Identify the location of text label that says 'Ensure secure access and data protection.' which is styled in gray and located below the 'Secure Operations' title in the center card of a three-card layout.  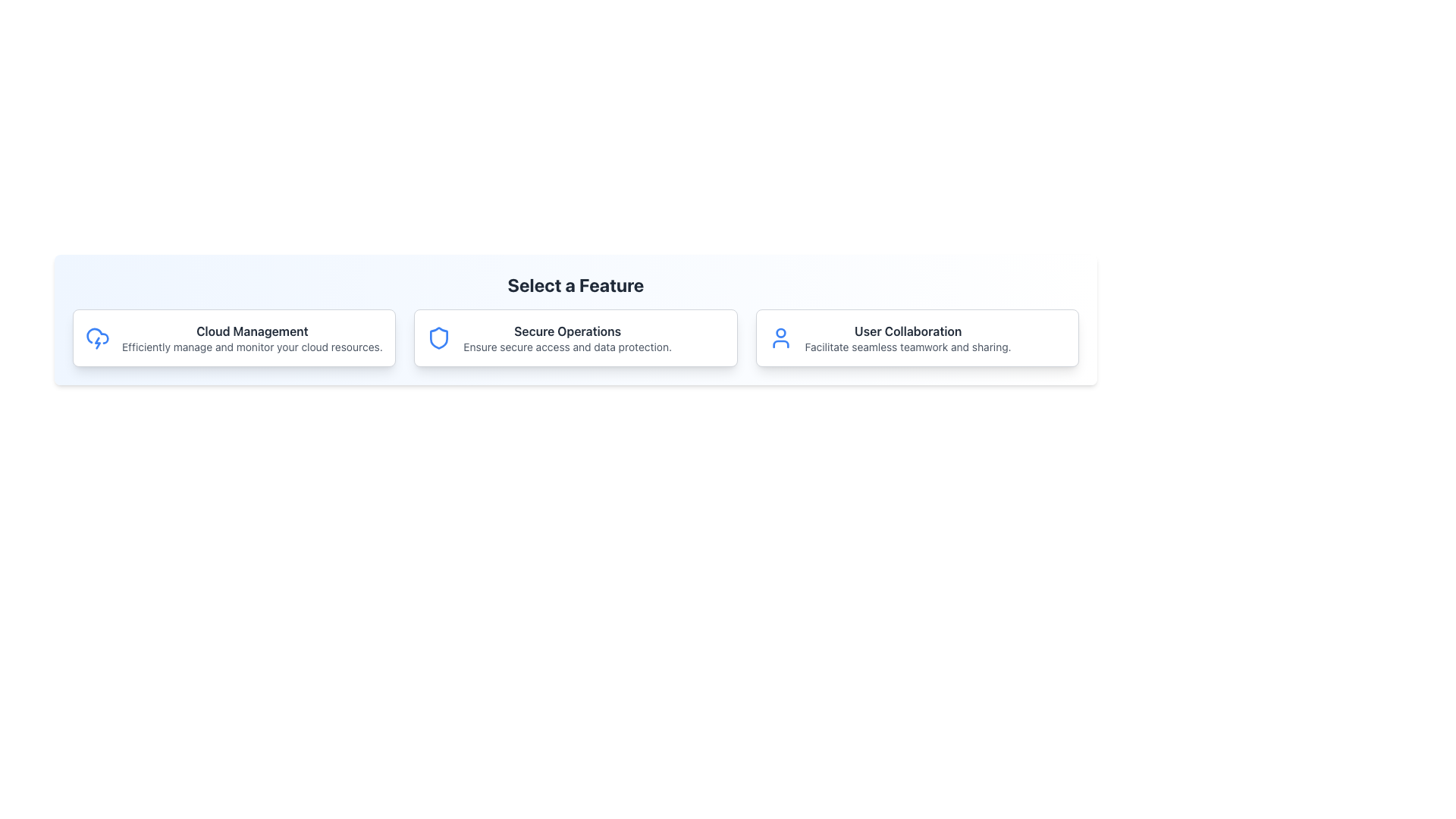
(566, 347).